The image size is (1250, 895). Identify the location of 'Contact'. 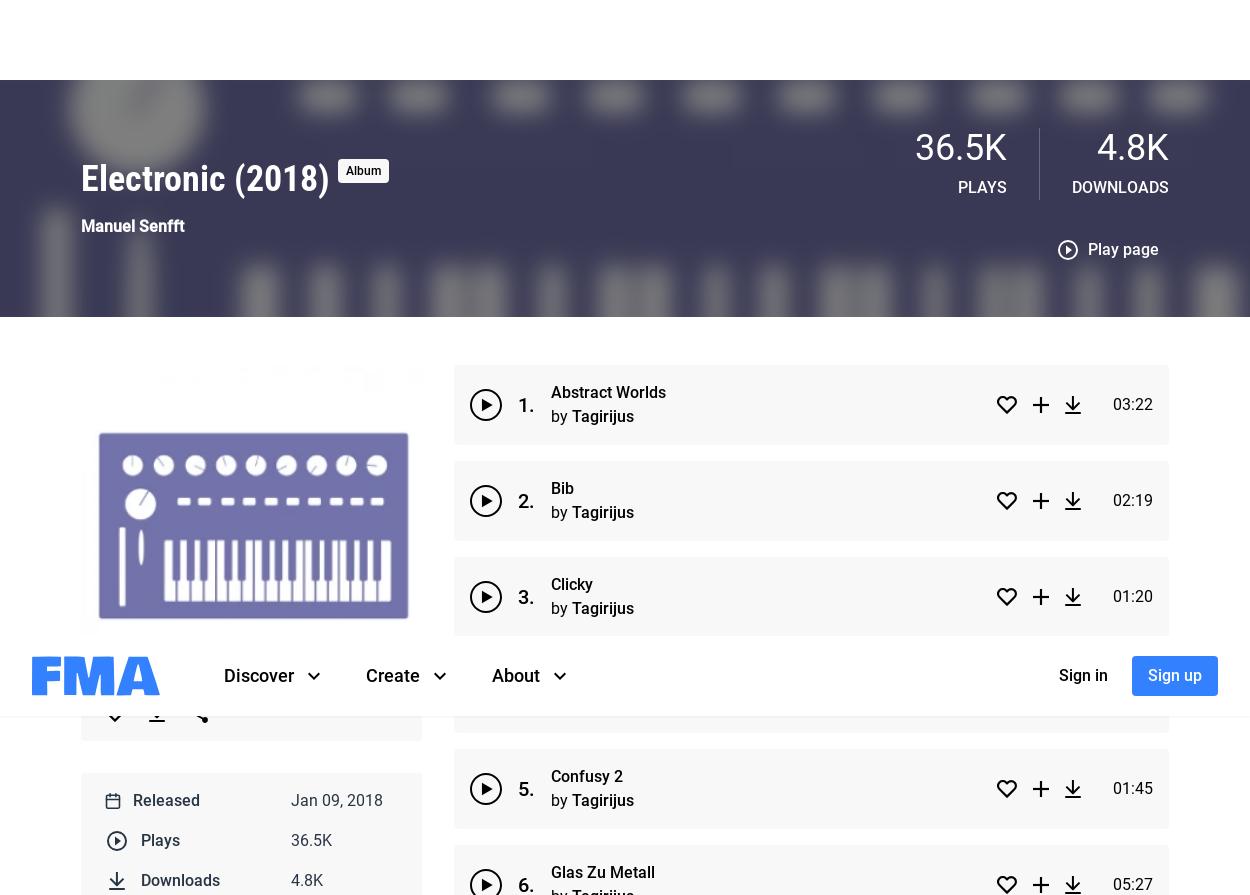
(443, 321).